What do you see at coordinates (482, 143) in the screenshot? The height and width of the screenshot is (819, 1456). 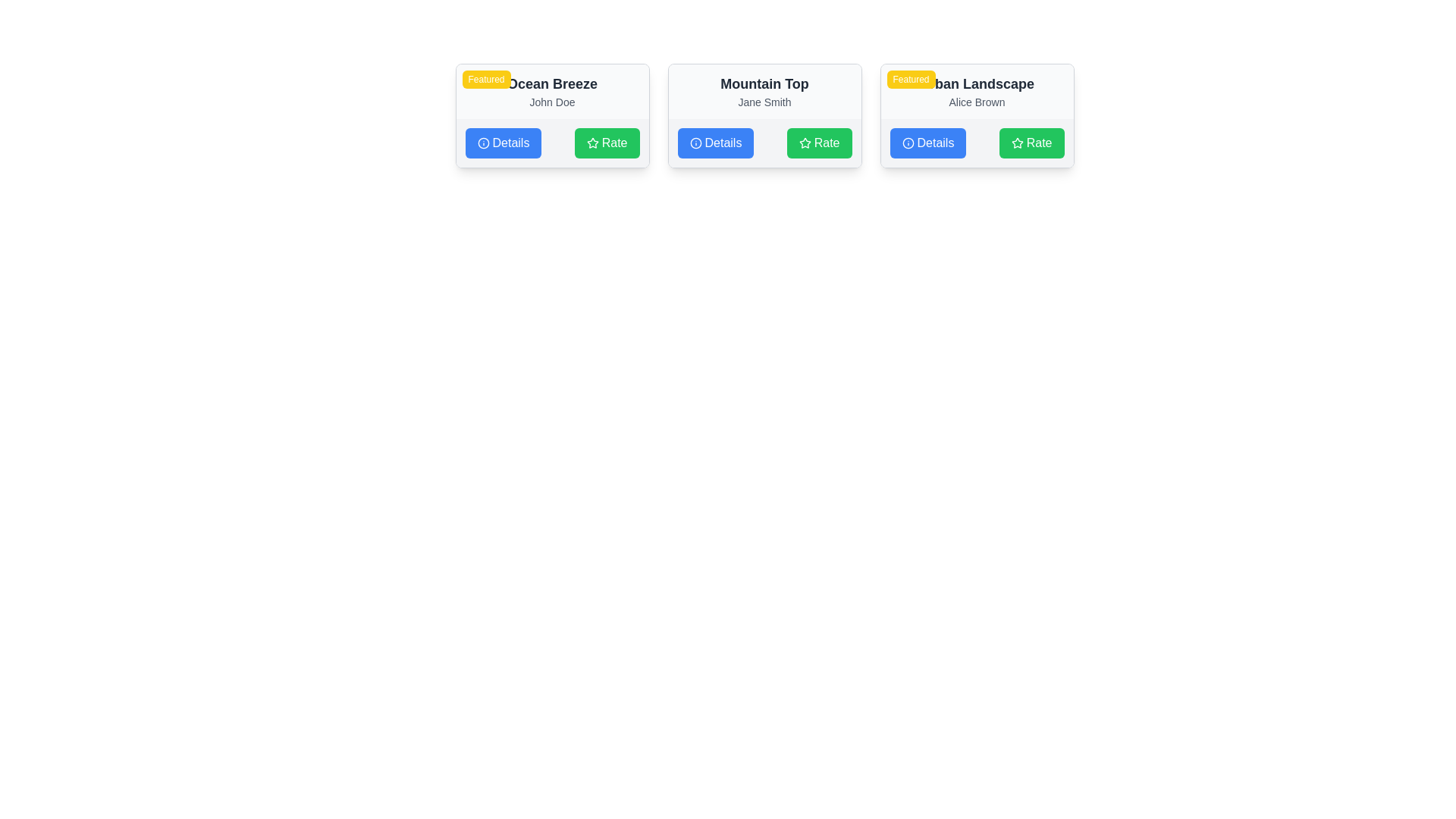 I see `the graphical decorative icon located in the top-left corner of the interface within the first card of the row` at bounding box center [482, 143].